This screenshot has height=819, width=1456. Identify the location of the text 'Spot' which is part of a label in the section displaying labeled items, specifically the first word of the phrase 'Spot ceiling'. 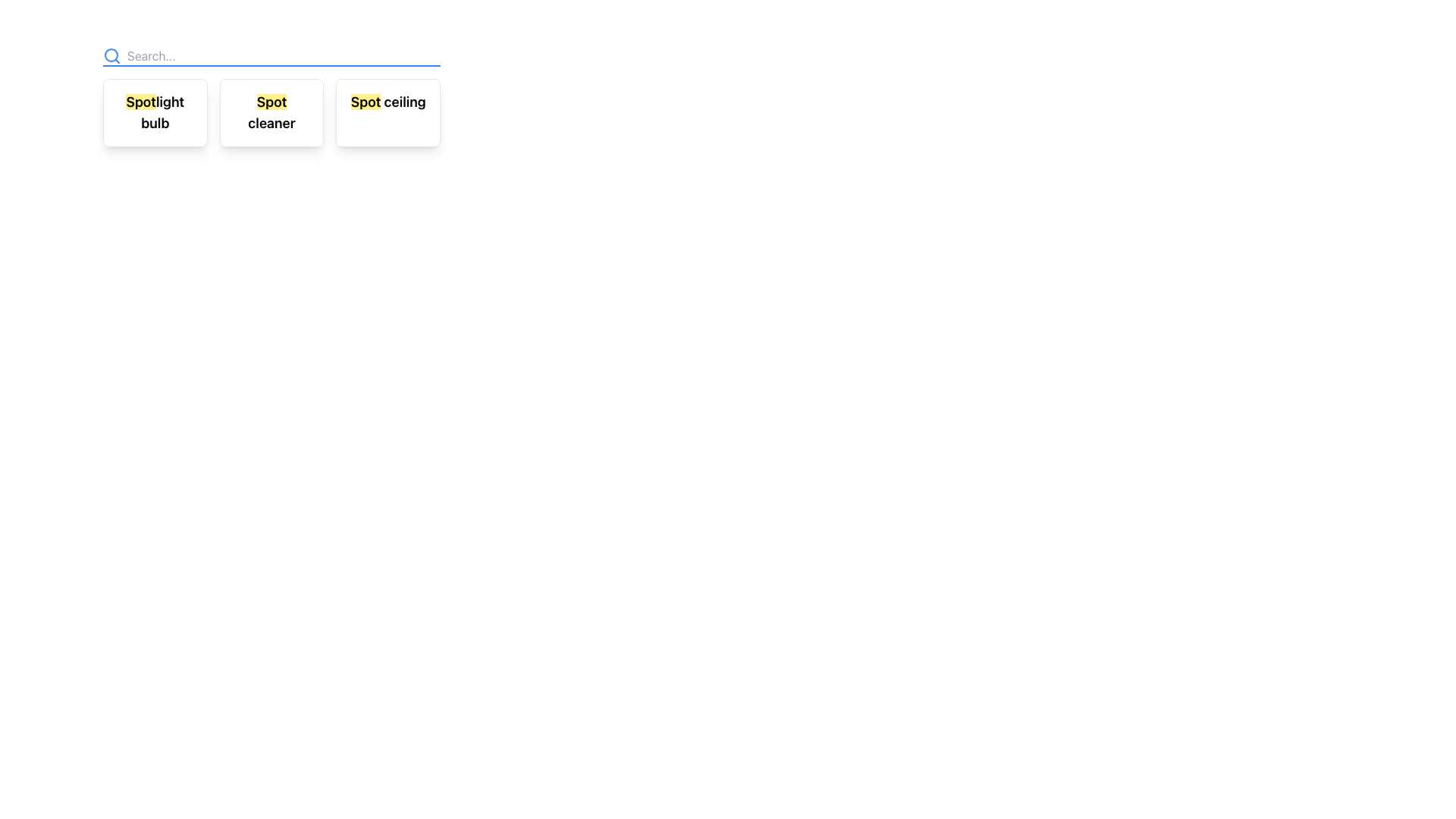
(366, 102).